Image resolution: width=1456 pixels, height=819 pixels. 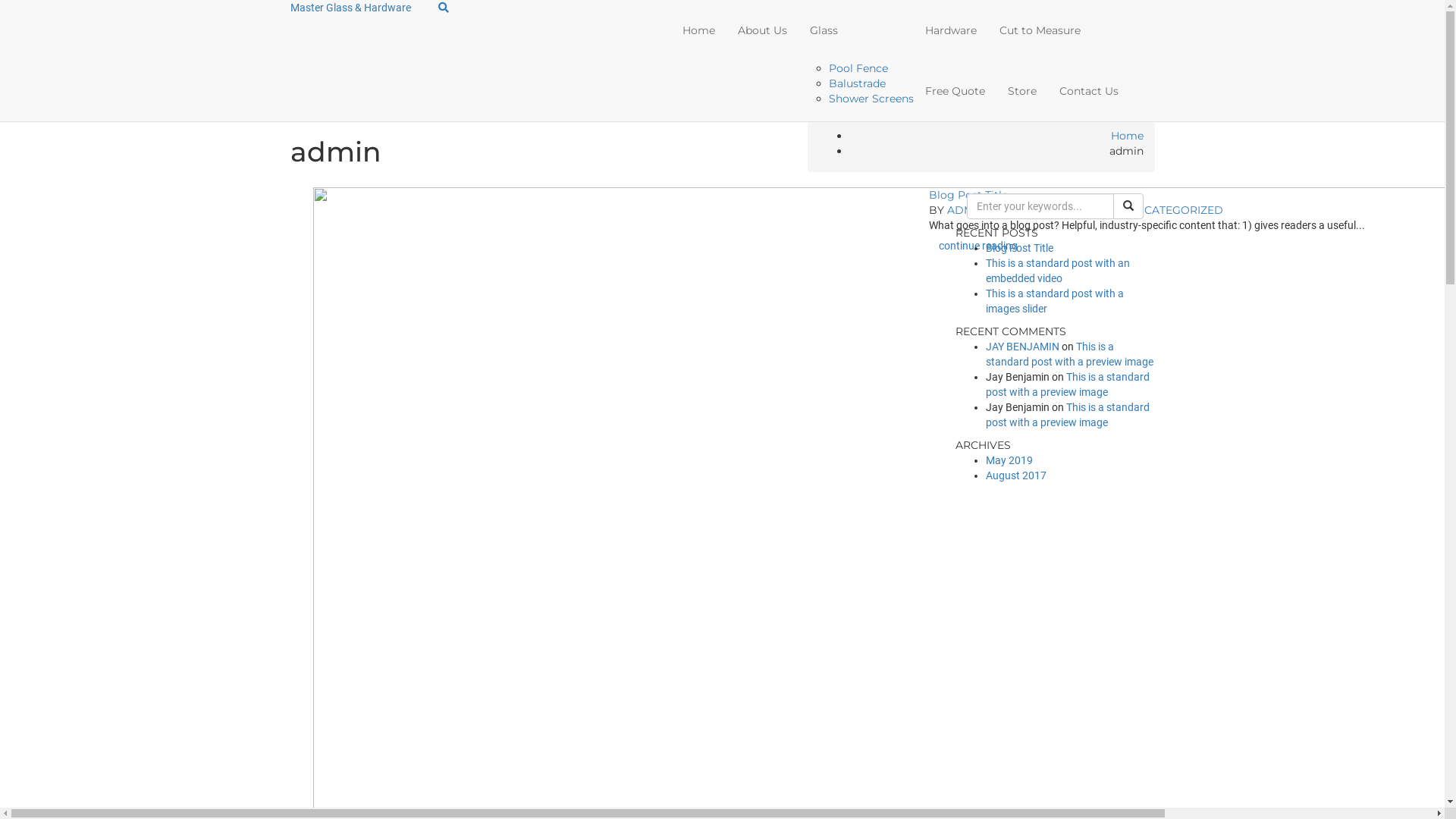 I want to click on 'Blog Post Title', so click(x=1019, y=247).